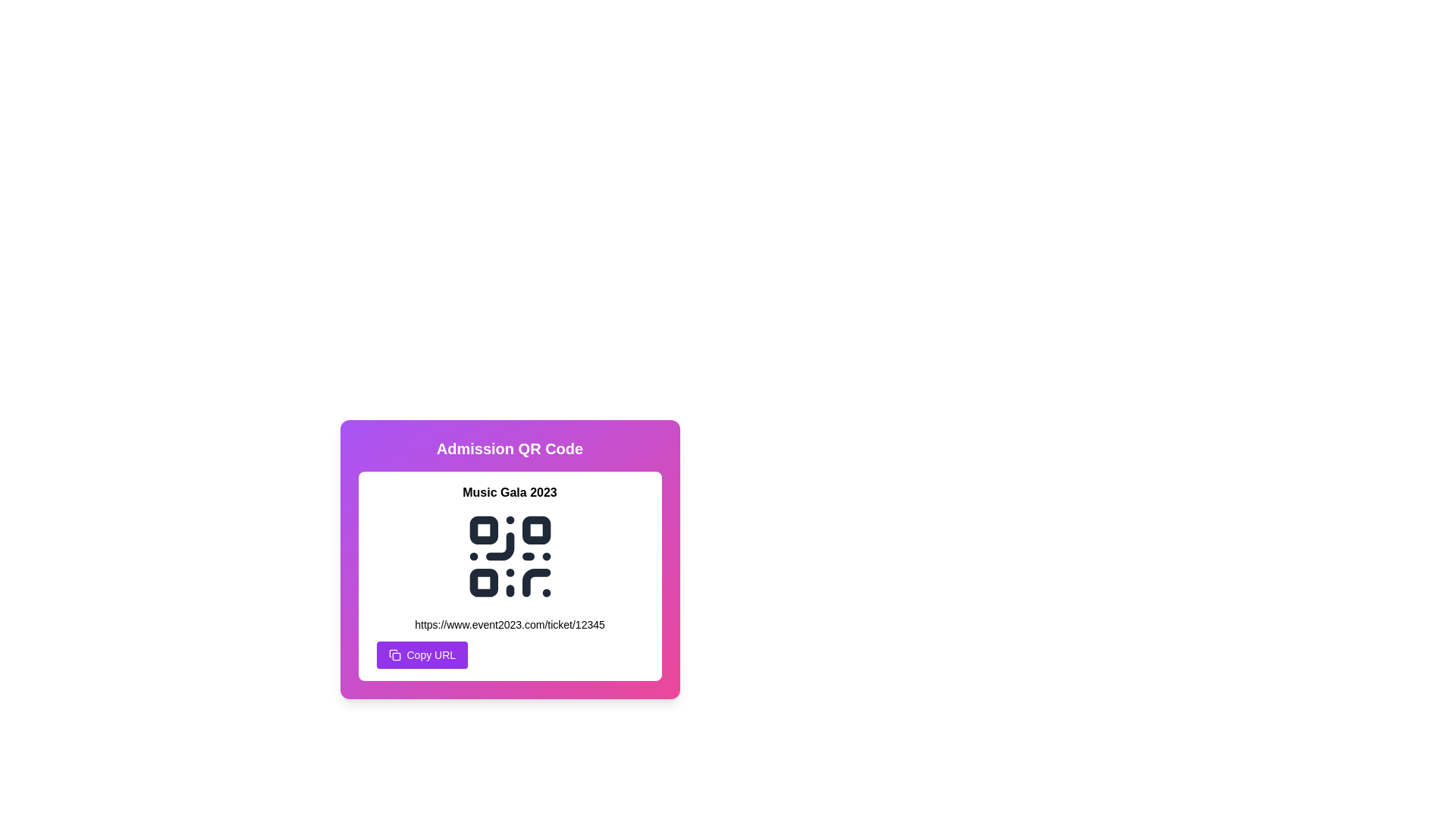 The width and height of the screenshot is (1456, 819). Describe the element at coordinates (482, 529) in the screenshot. I see `the first square block of the QR code, which serves as a graphical representation of a segment contributing to the scannable pattern` at that location.